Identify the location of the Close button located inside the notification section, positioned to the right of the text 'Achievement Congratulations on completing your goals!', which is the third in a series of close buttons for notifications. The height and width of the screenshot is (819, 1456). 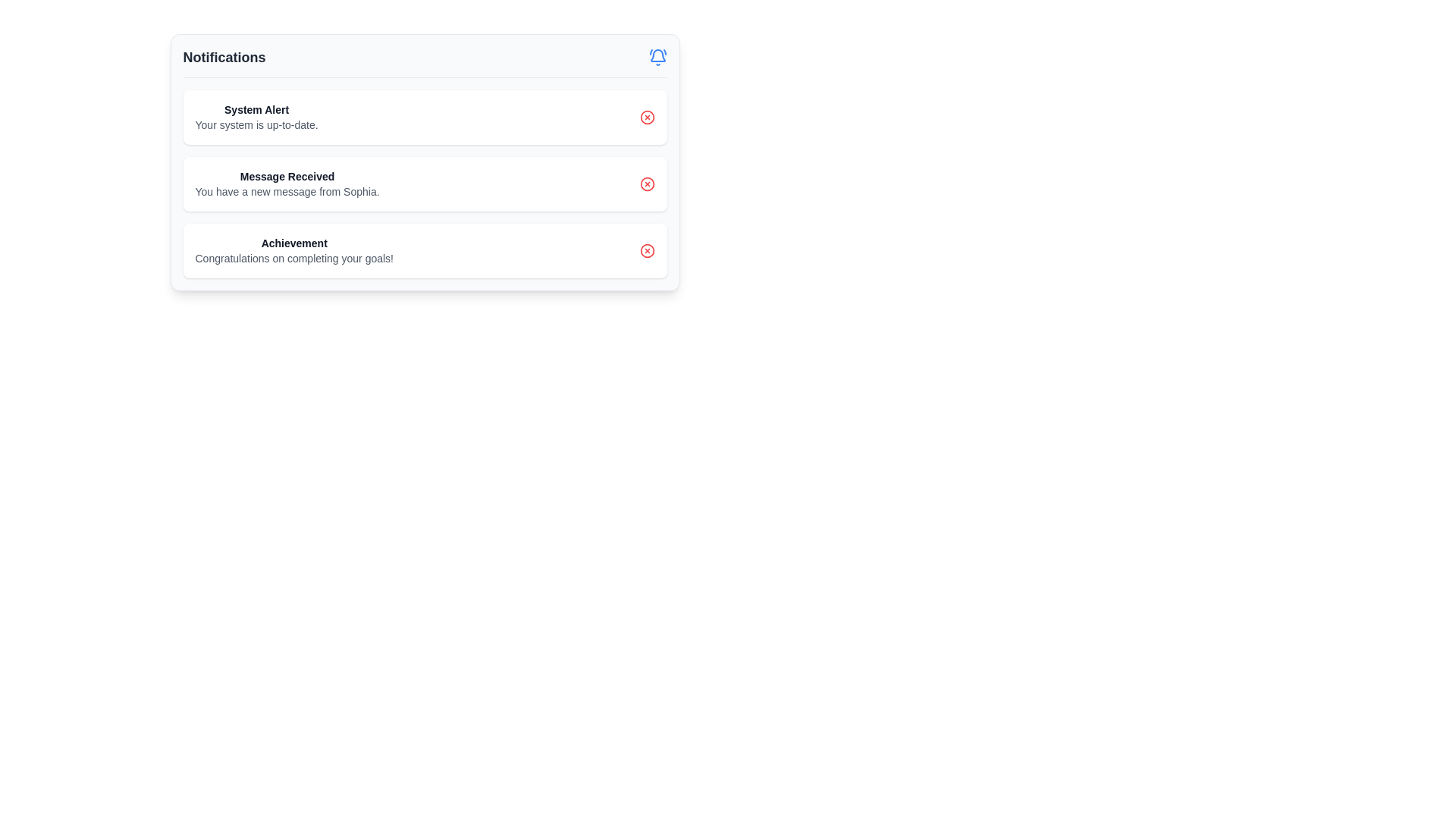
(647, 250).